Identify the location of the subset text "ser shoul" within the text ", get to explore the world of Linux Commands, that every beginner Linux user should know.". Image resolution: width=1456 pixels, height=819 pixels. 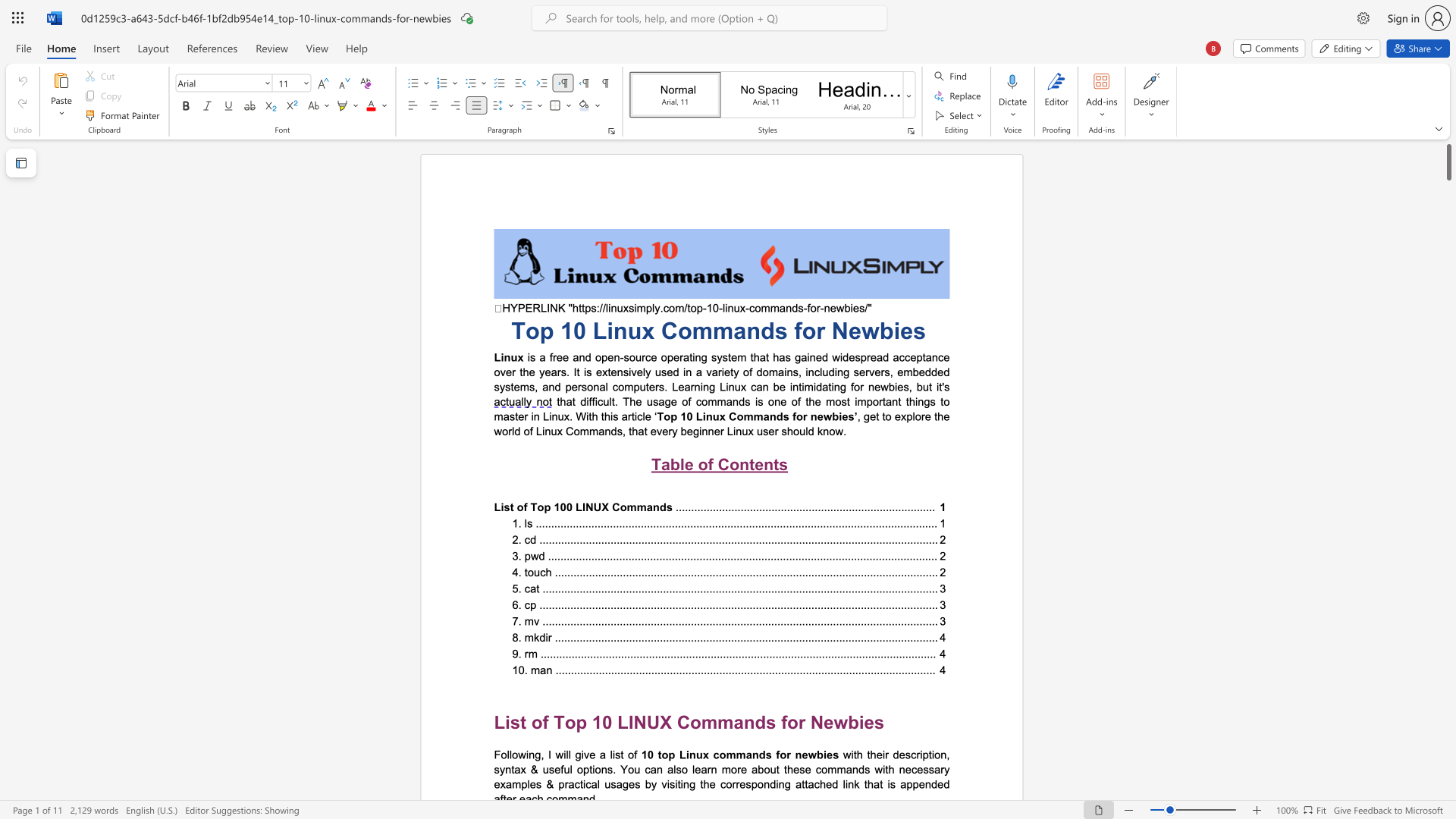
(763, 431).